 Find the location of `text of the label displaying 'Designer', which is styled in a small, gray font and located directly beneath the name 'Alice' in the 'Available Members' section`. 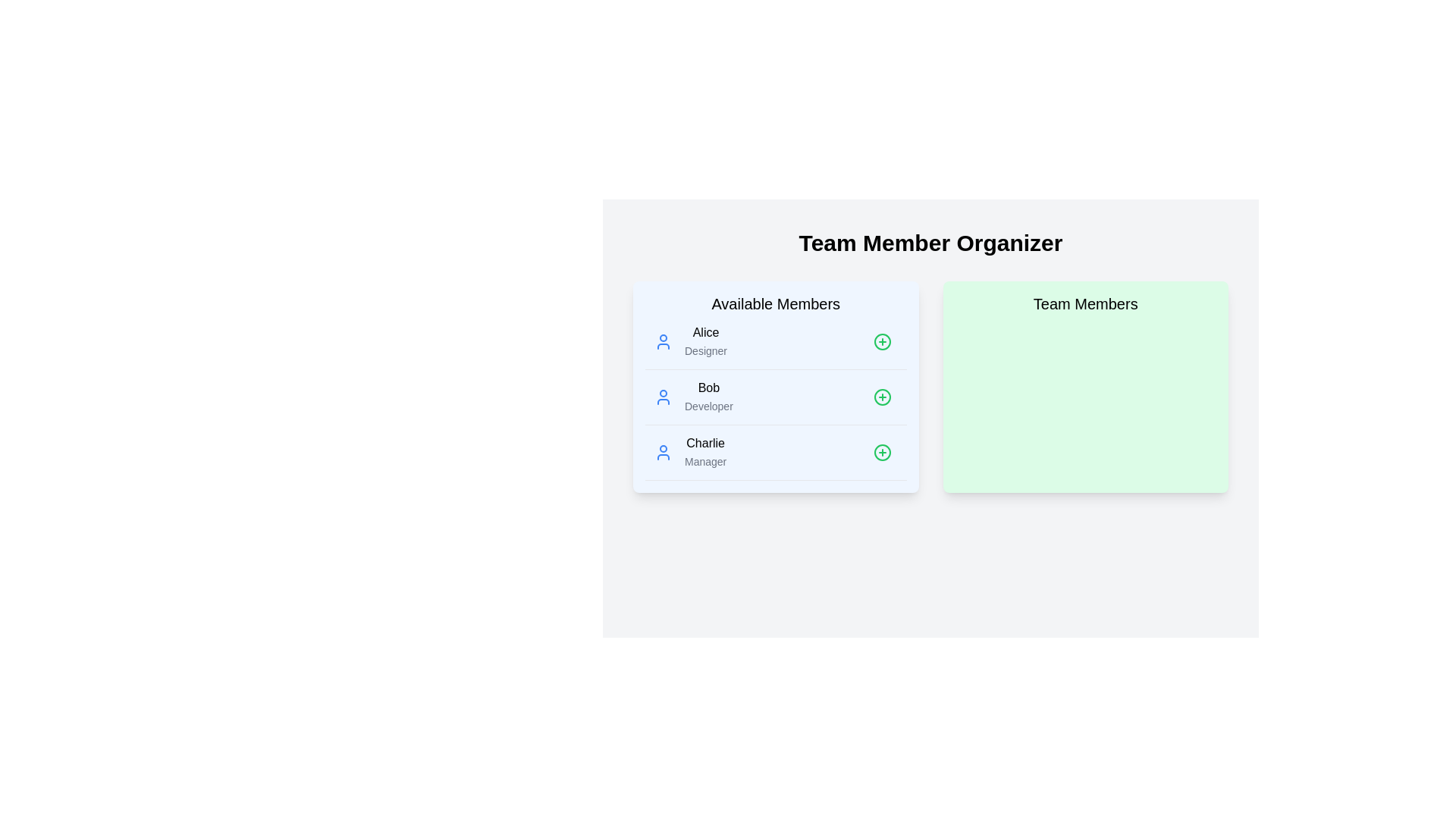

text of the label displaying 'Designer', which is styled in a small, gray font and located directly beneath the name 'Alice' in the 'Available Members' section is located at coordinates (705, 350).